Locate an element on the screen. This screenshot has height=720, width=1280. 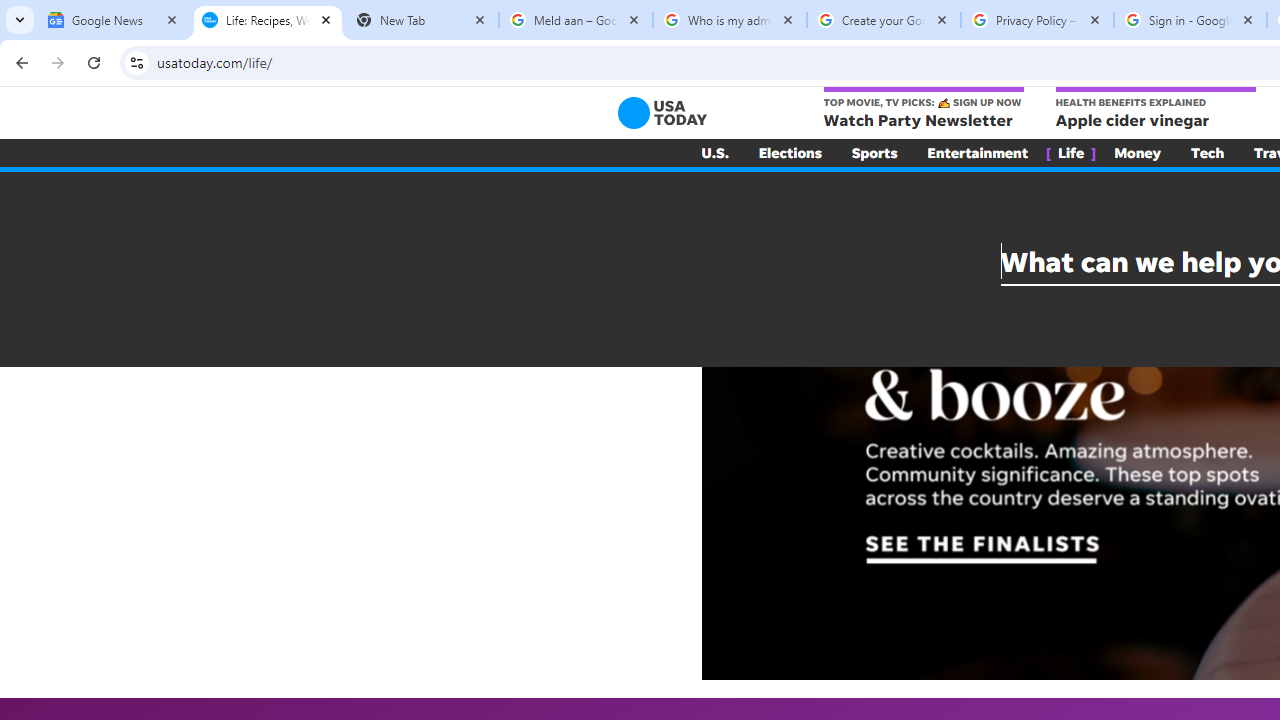
'Entertainment' is located at coordinates (977, 152).